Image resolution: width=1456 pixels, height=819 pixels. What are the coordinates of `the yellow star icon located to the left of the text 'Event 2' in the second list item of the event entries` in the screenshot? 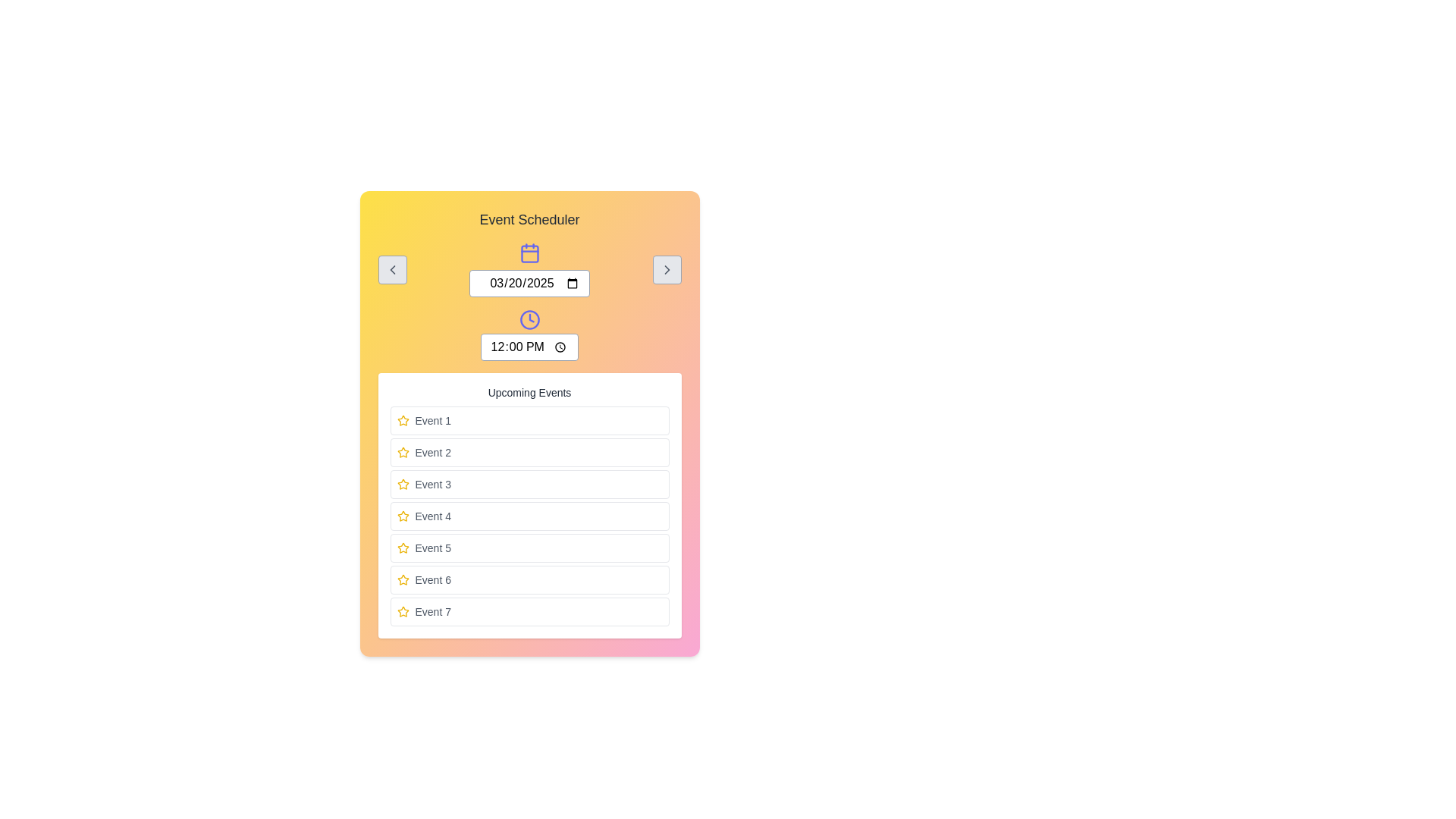 It's located at (403, 452).